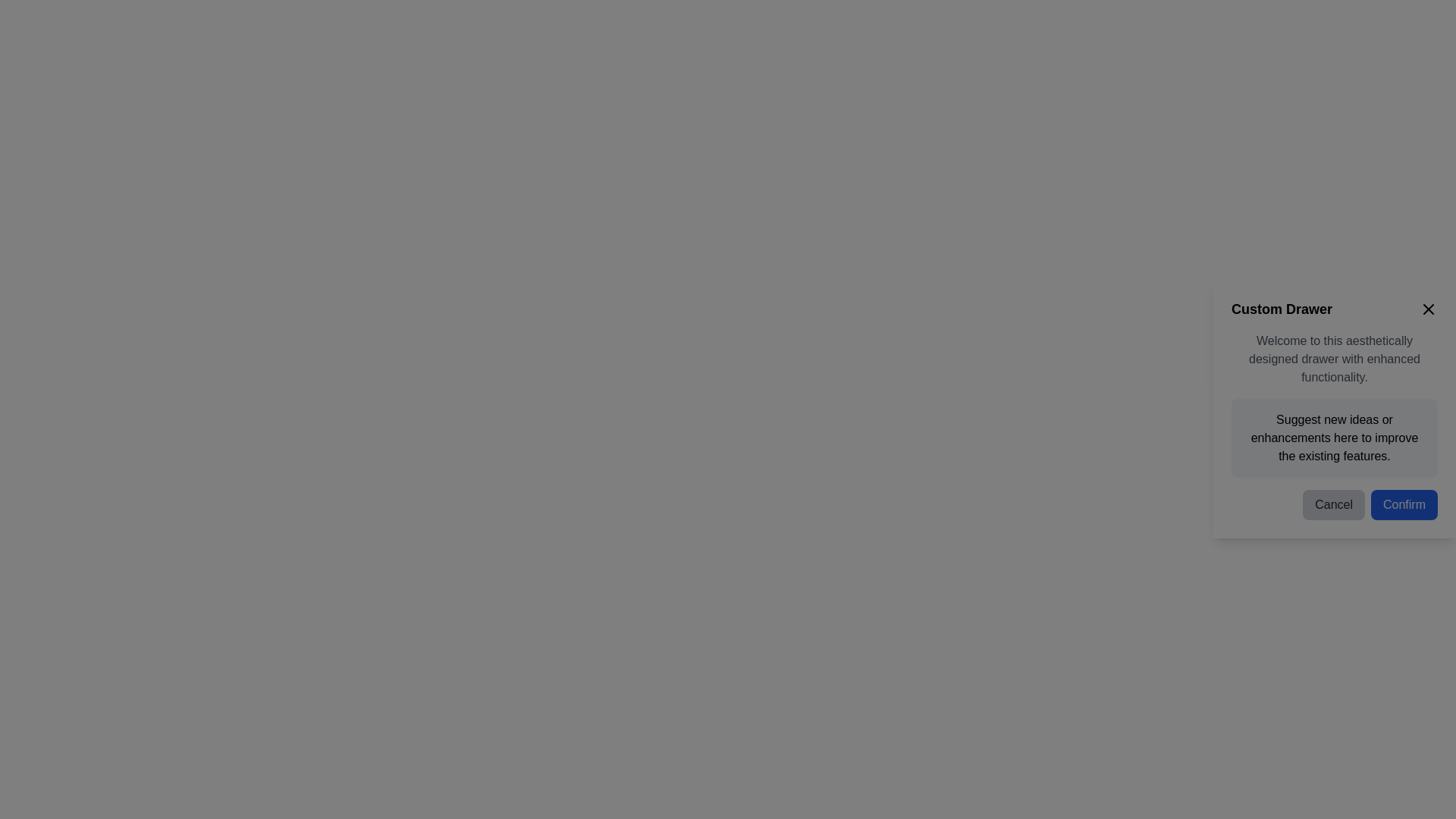  Describe the element at coordinates (1427, 309) in the screenshot. I see `the close icon button, which is a circular button with an X design located at the top right corner of the 'Custom Drawer' modal` at that location.